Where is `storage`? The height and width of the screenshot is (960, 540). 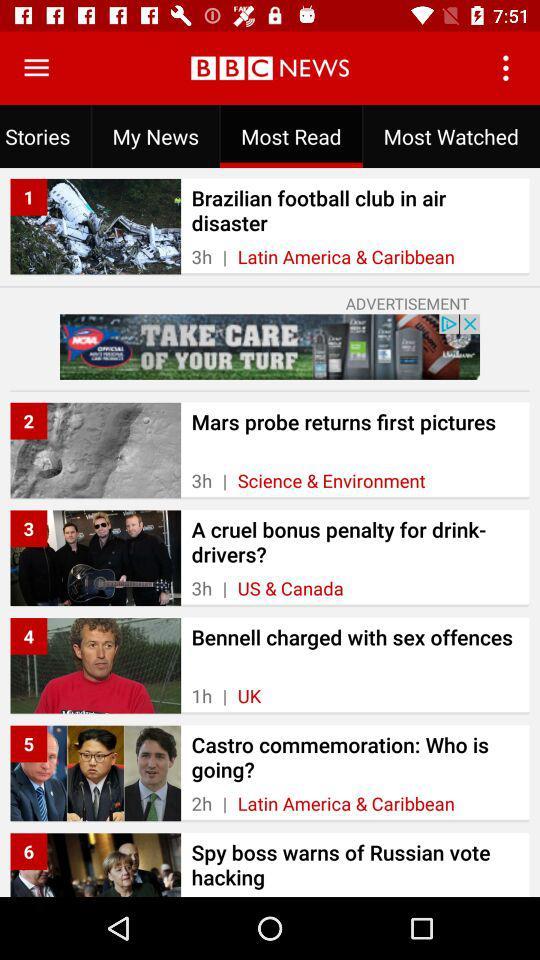
storage is located at coordinates (36, 68).